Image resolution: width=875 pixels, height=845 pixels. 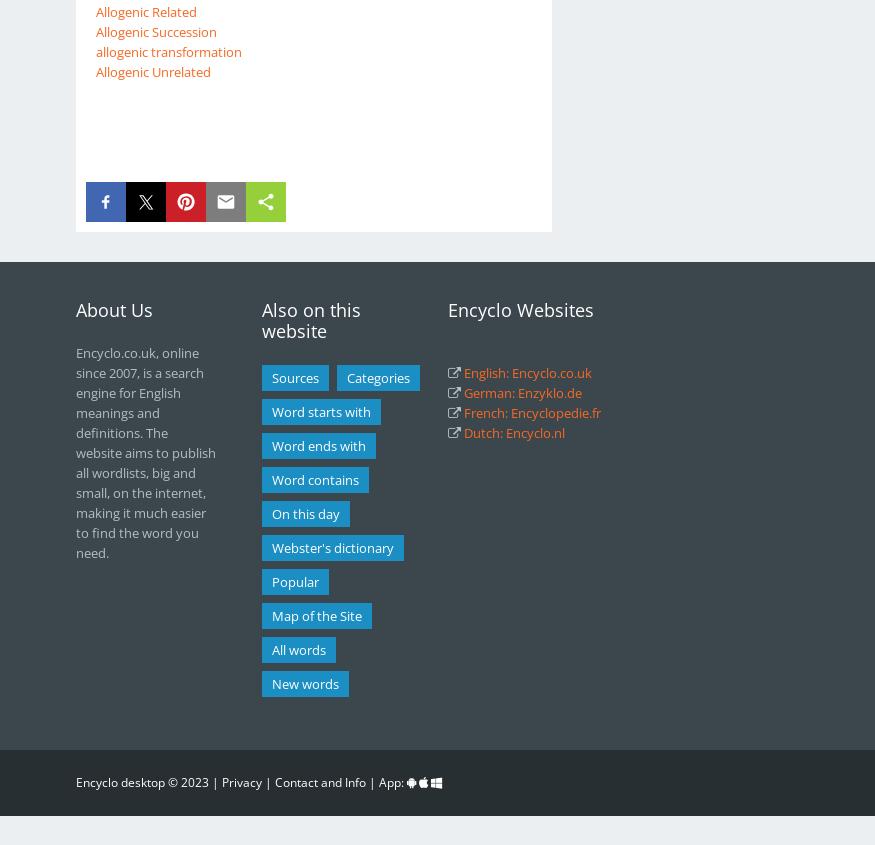 I want to click on 'Allogenic Succession', so click(x=154, y=30).